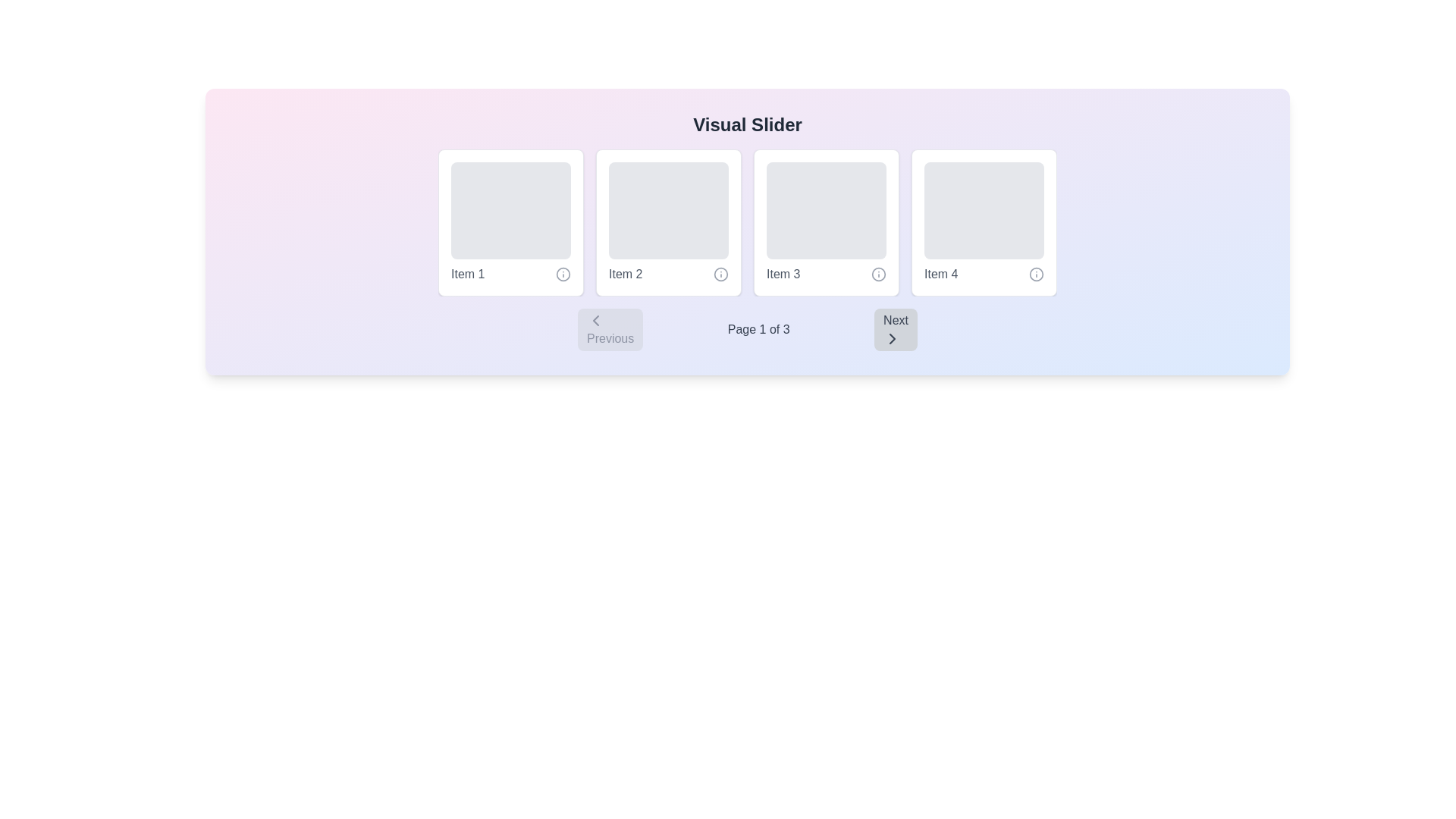 Image resolution: width=1456 pixels, height=819 pixels. What do you see at coordinates (878, 275) in the screenshot?
I see `the central larger circle of the 'info' icon, which is the third icon in the row associated with 'Item 3', located below the visual slider component` at bounding box center [878, 275].